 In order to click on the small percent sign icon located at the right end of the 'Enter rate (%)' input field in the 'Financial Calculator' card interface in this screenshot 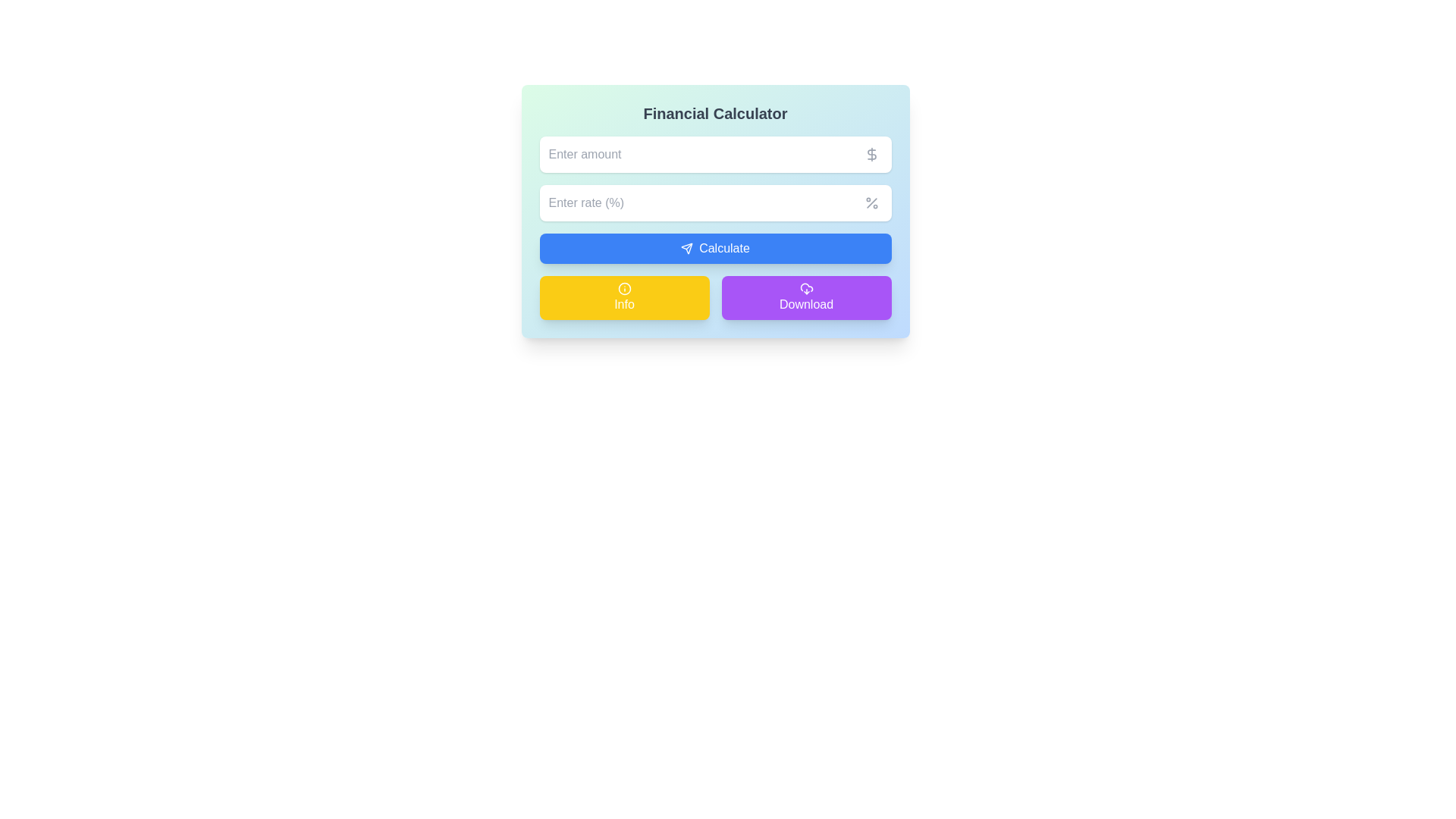, I will do `click(871, 202)`.